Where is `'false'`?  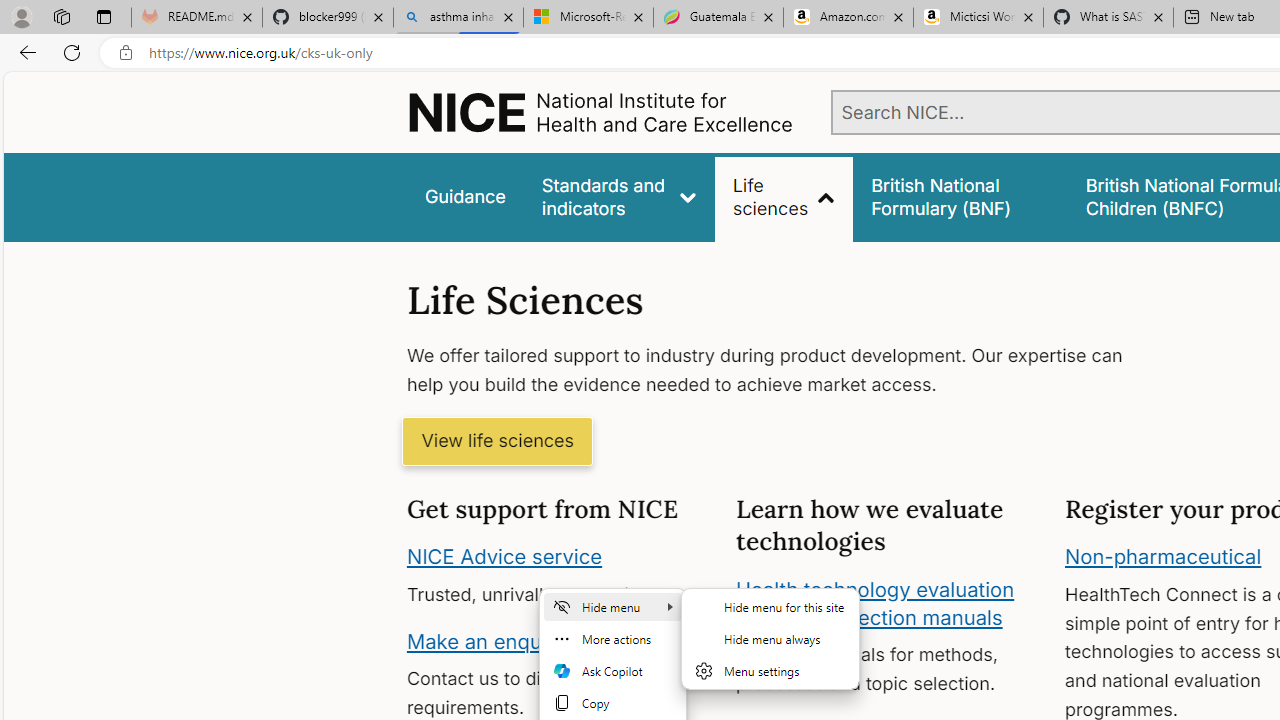 'false' is located at coordinates (960, 197).